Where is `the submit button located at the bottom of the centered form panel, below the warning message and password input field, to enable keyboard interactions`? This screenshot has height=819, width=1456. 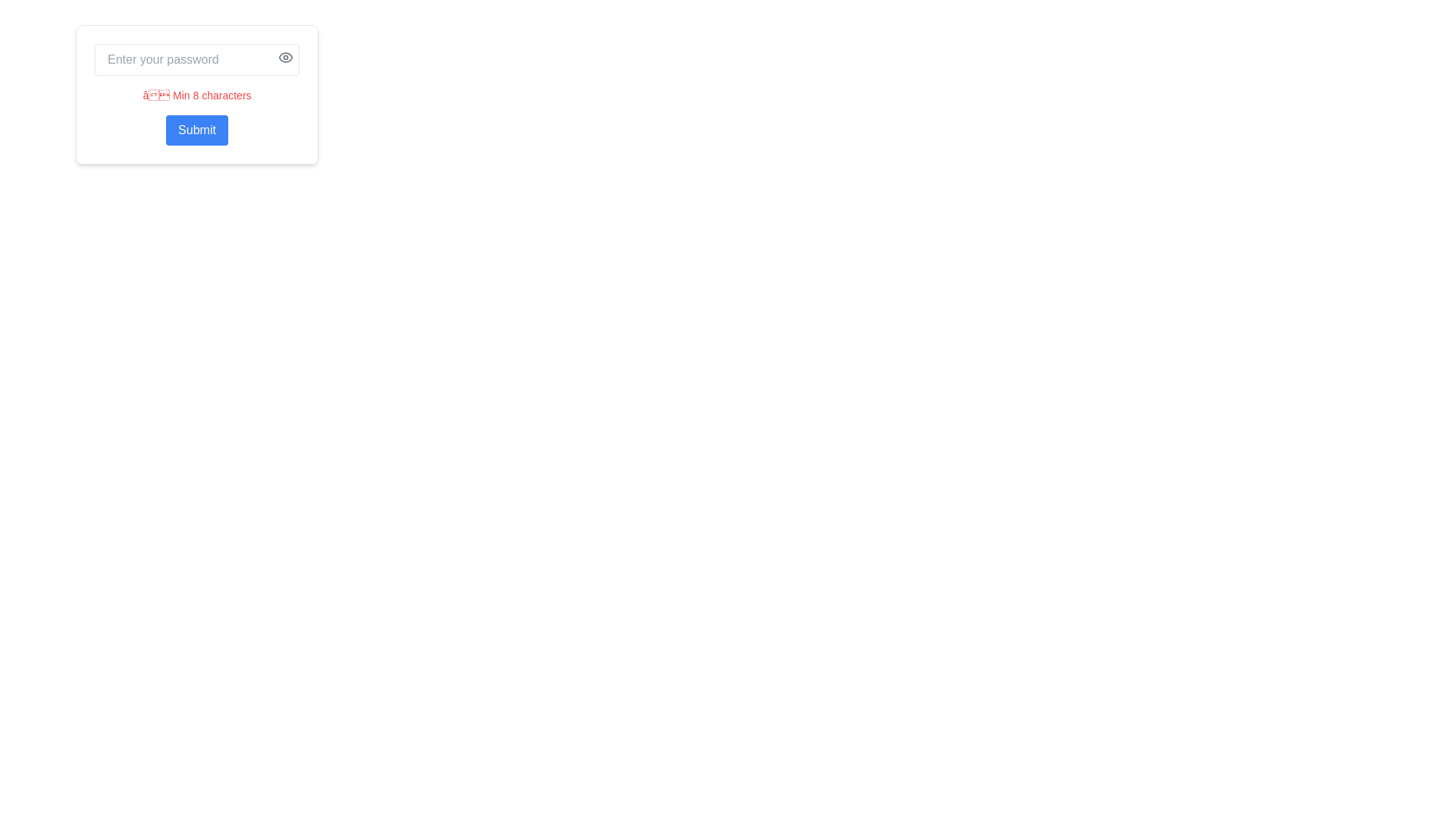
the submit button located at the bottom of the centered form panel, below the warning message and password input field, to enable keyboard interactions is located at coordinates (196, 130).